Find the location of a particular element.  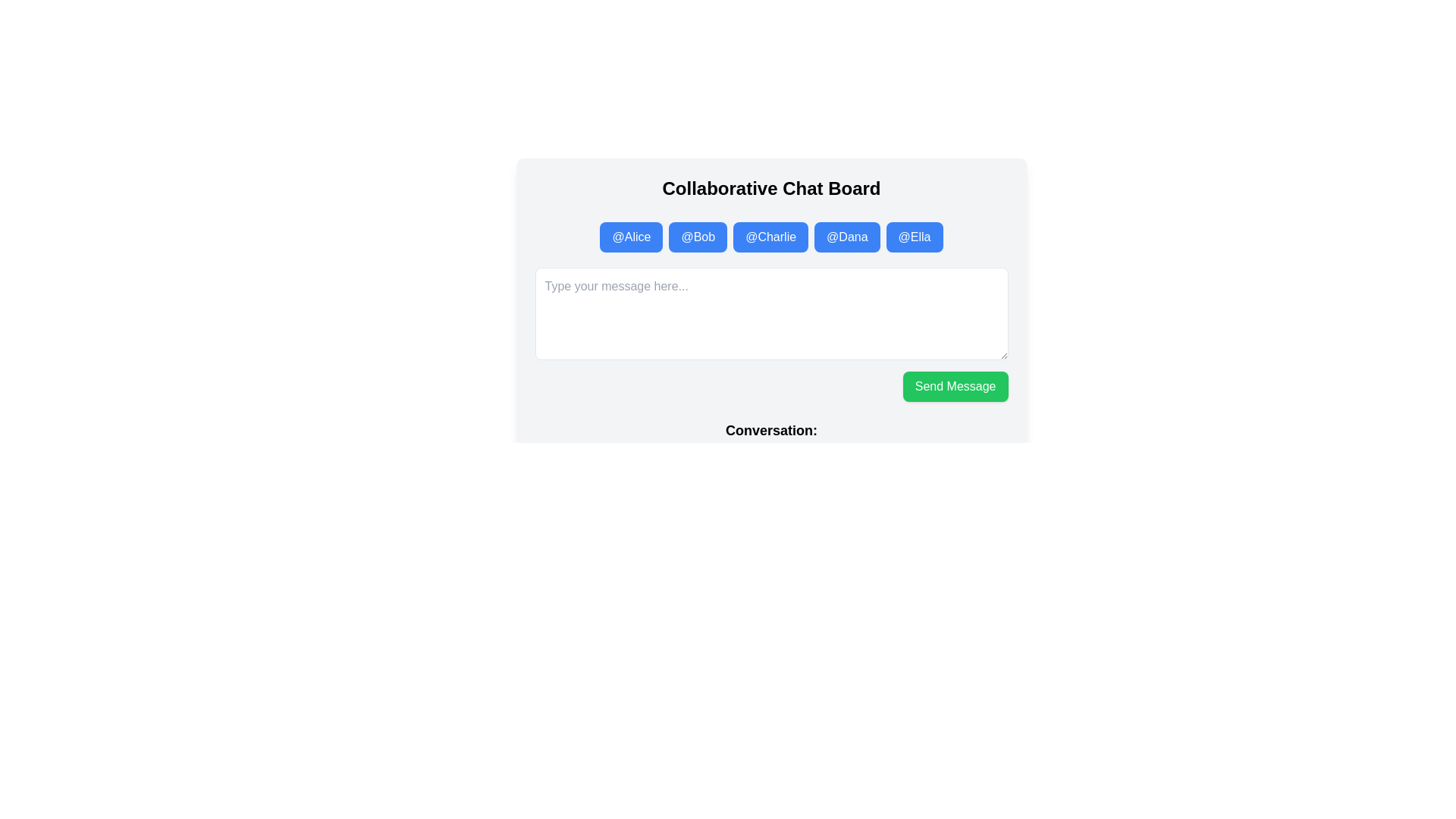

the button labeled '@Alice' is located at coordinates (631, 237).